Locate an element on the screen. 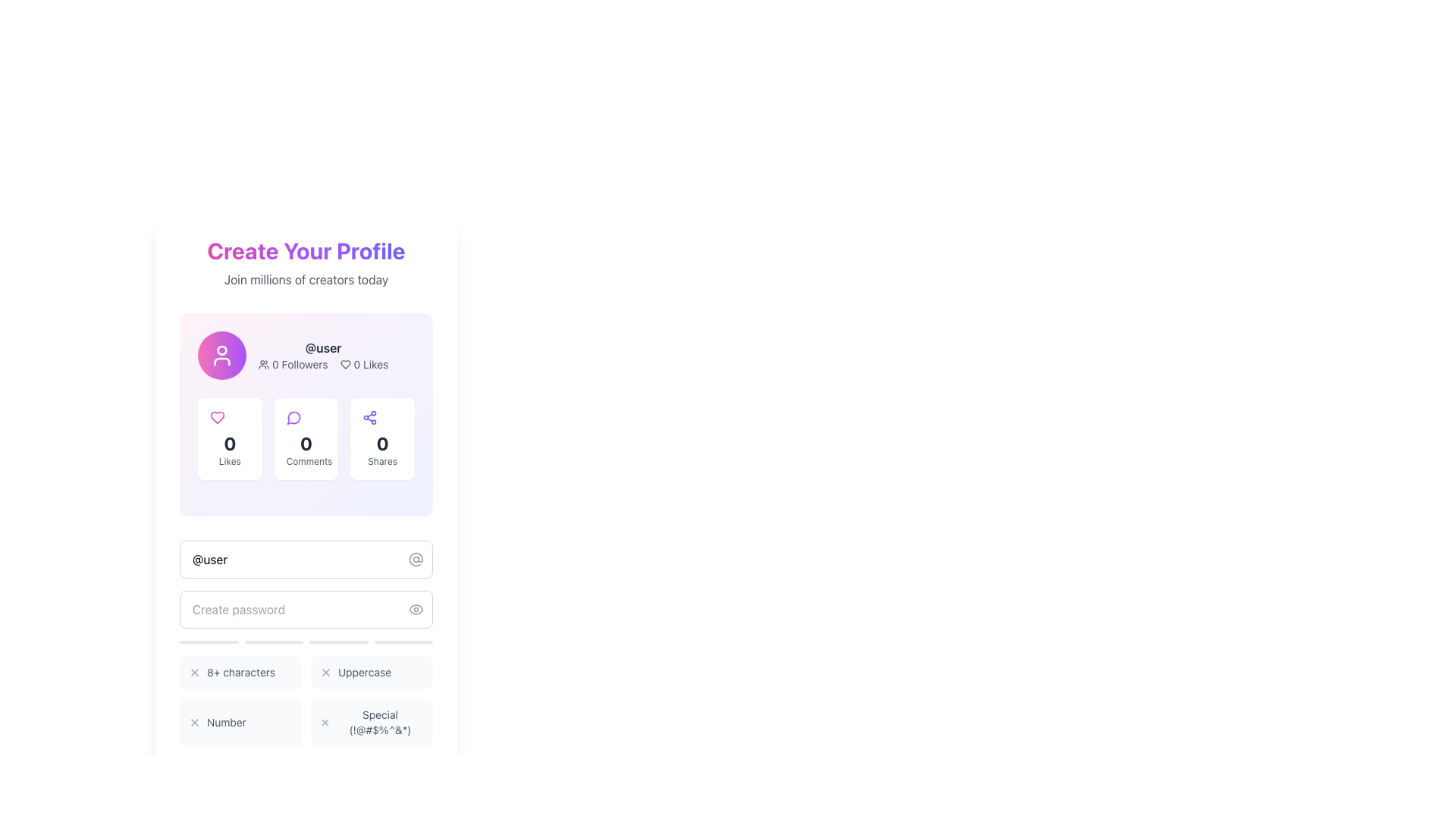  the informational box that indicates the requirement for uppercase characters, located in the second column of a grid structure just below the 'Create password' input field is located at coordinates (372, 672).